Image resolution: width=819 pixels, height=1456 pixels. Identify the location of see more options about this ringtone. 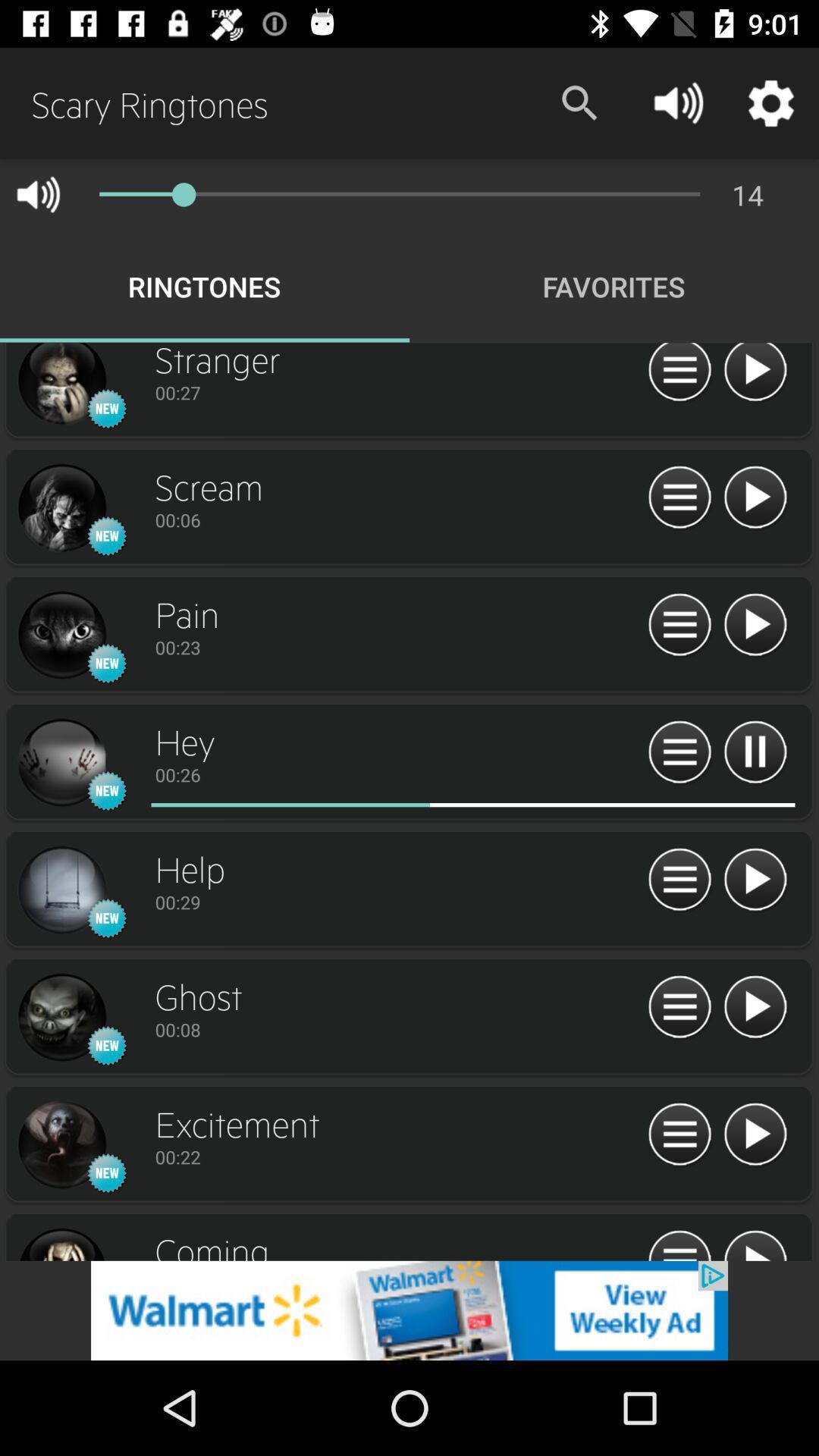
(61, 763).